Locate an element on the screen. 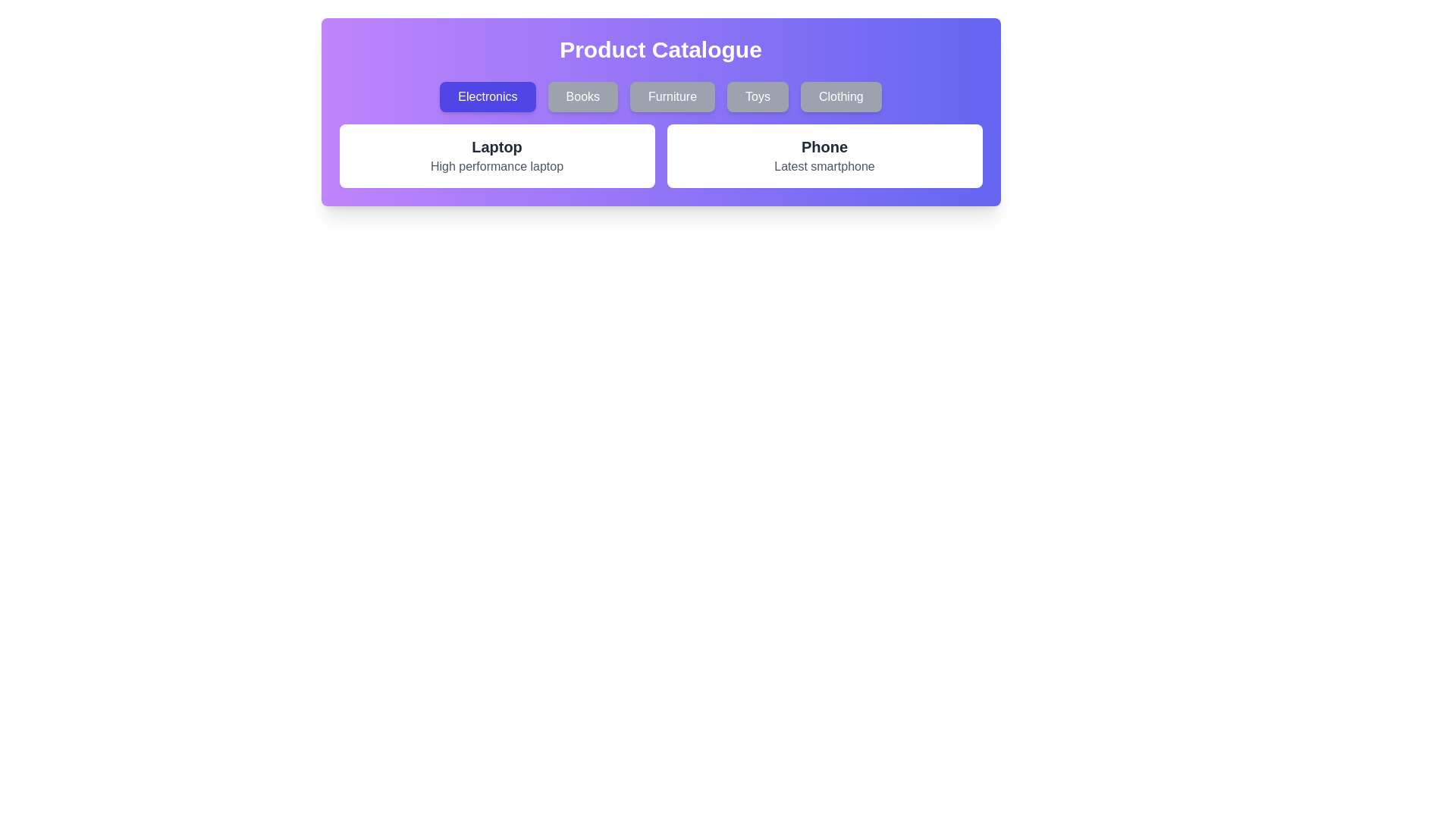  the product card for Laptop is located at coordinates (497, 155).